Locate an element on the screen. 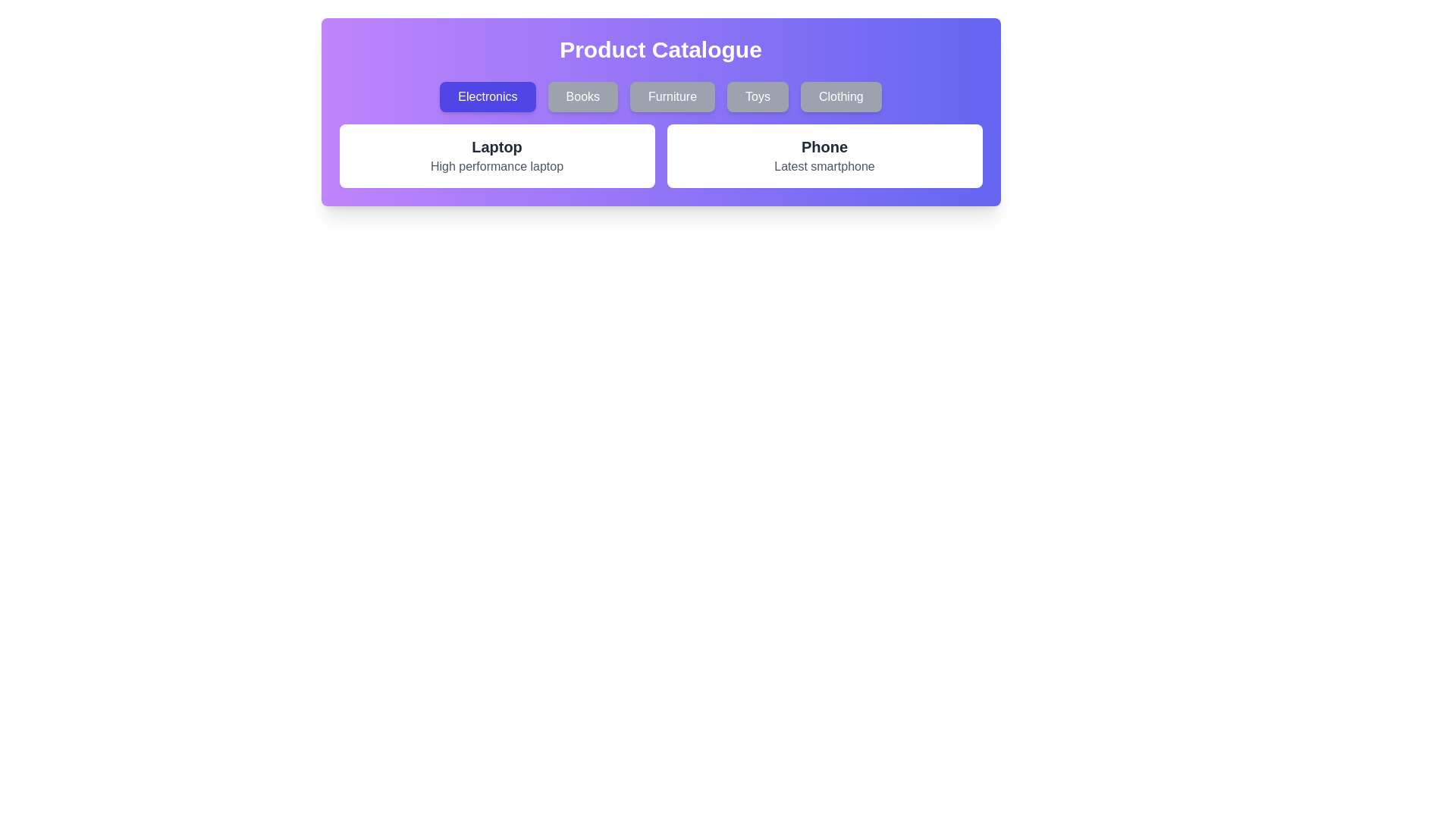  the product card for Laptop is located at coordinates (497, 155).